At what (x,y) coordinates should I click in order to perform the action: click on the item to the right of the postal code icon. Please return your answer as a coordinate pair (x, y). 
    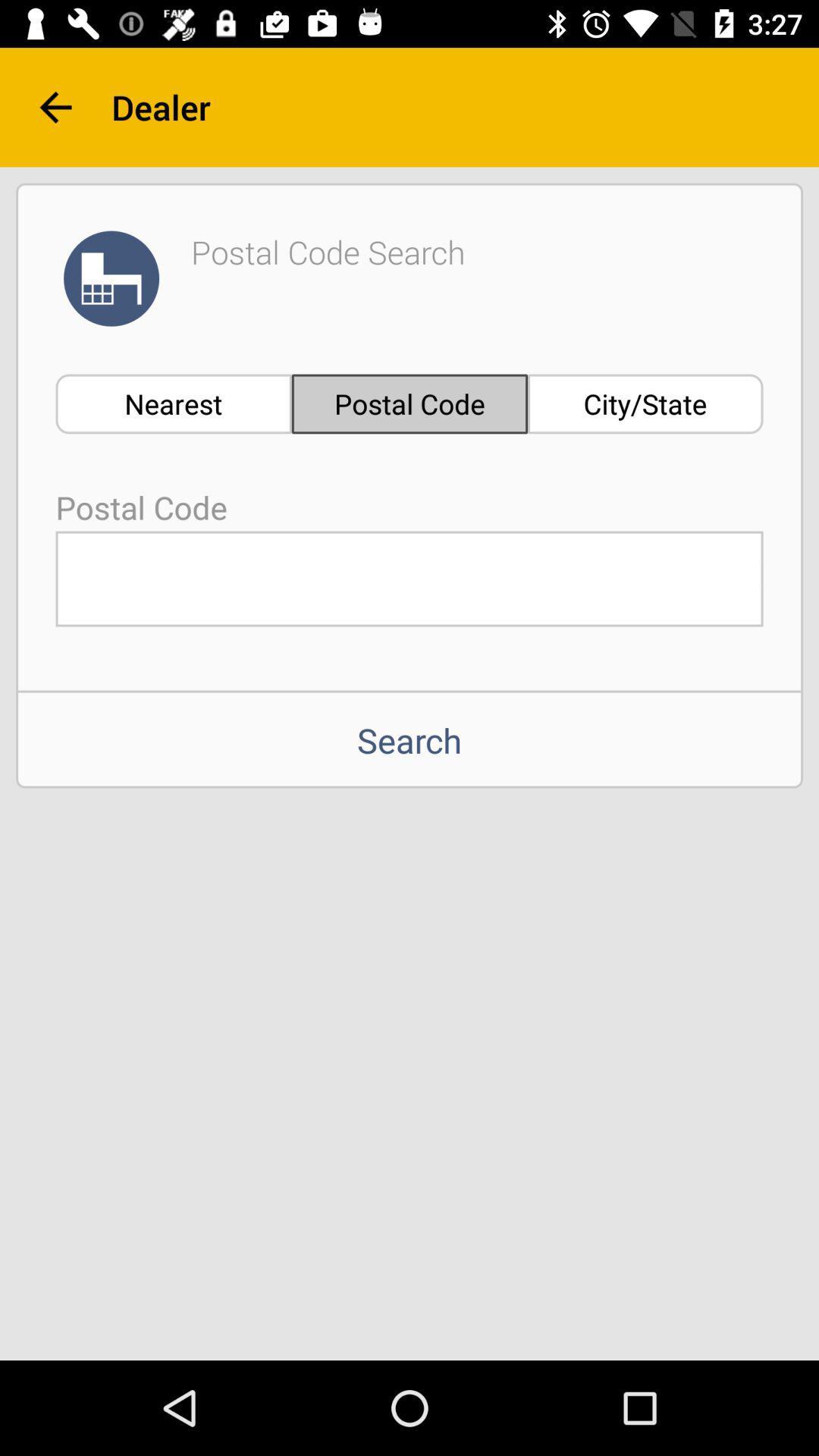
    Looking at the image, I should click on (645, 403).